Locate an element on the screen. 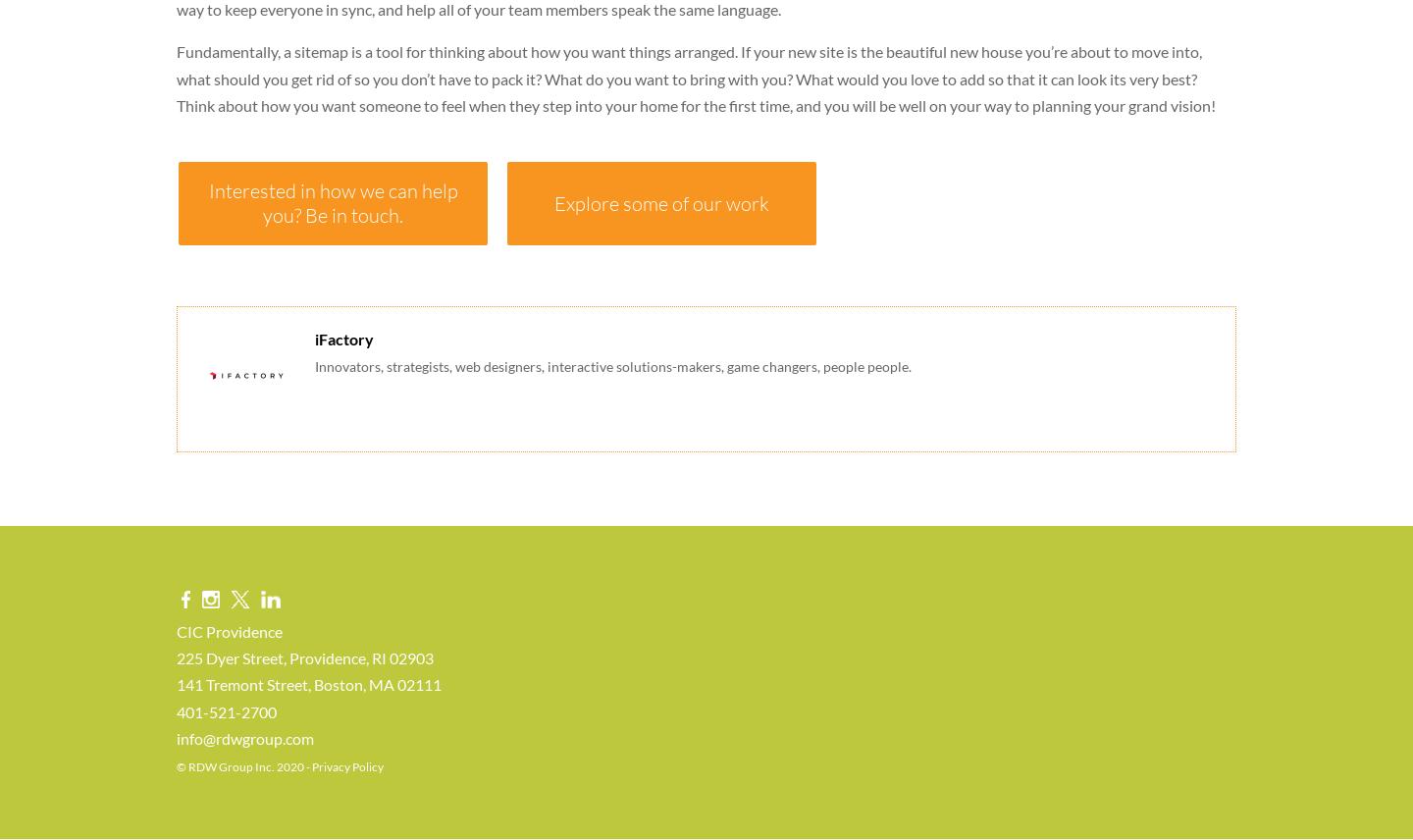  'Explore some of our work' is located at coordinates (661, 201).